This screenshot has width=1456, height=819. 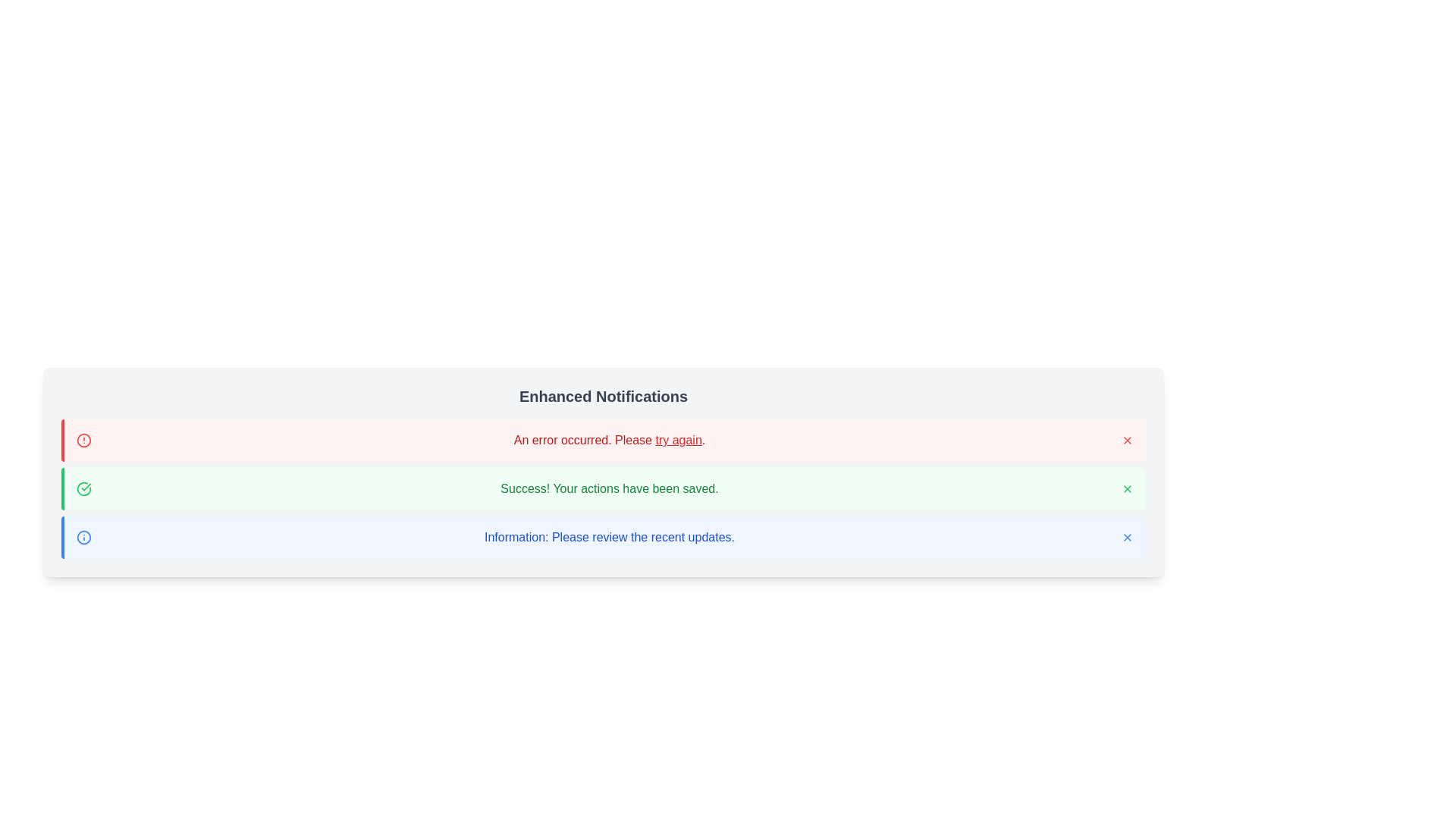 What do you see at coordinates (603, 537) in the screenshot?
I see `the fourth notification box under the 'Enhanced Notifications' header, which has a blue left border, light blue background, and contains the text 'Information: Please review the recent updates.'` at bounding box center [603, 537].